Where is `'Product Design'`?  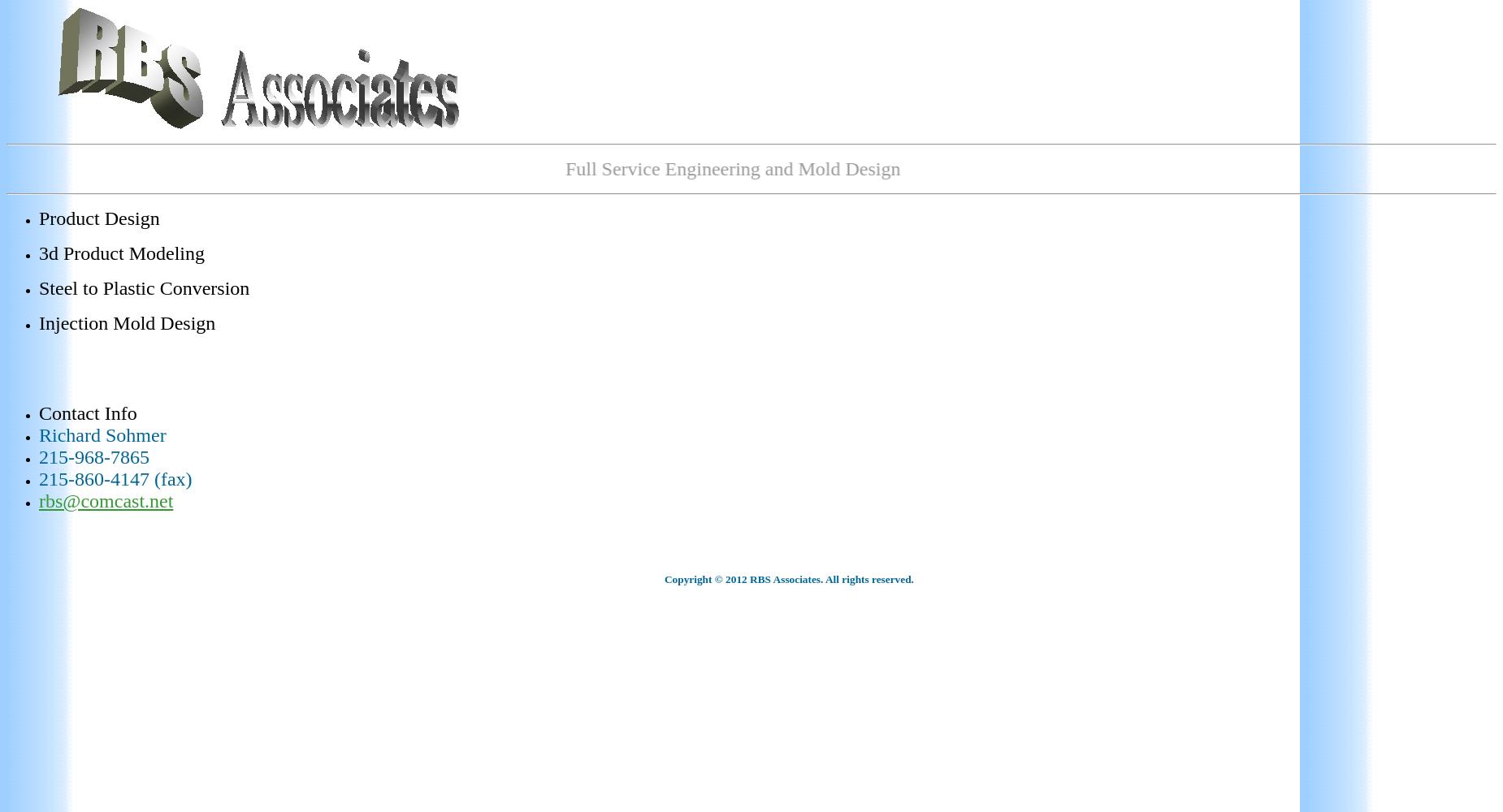
'Product Design' is located at coordinates (97, 218).